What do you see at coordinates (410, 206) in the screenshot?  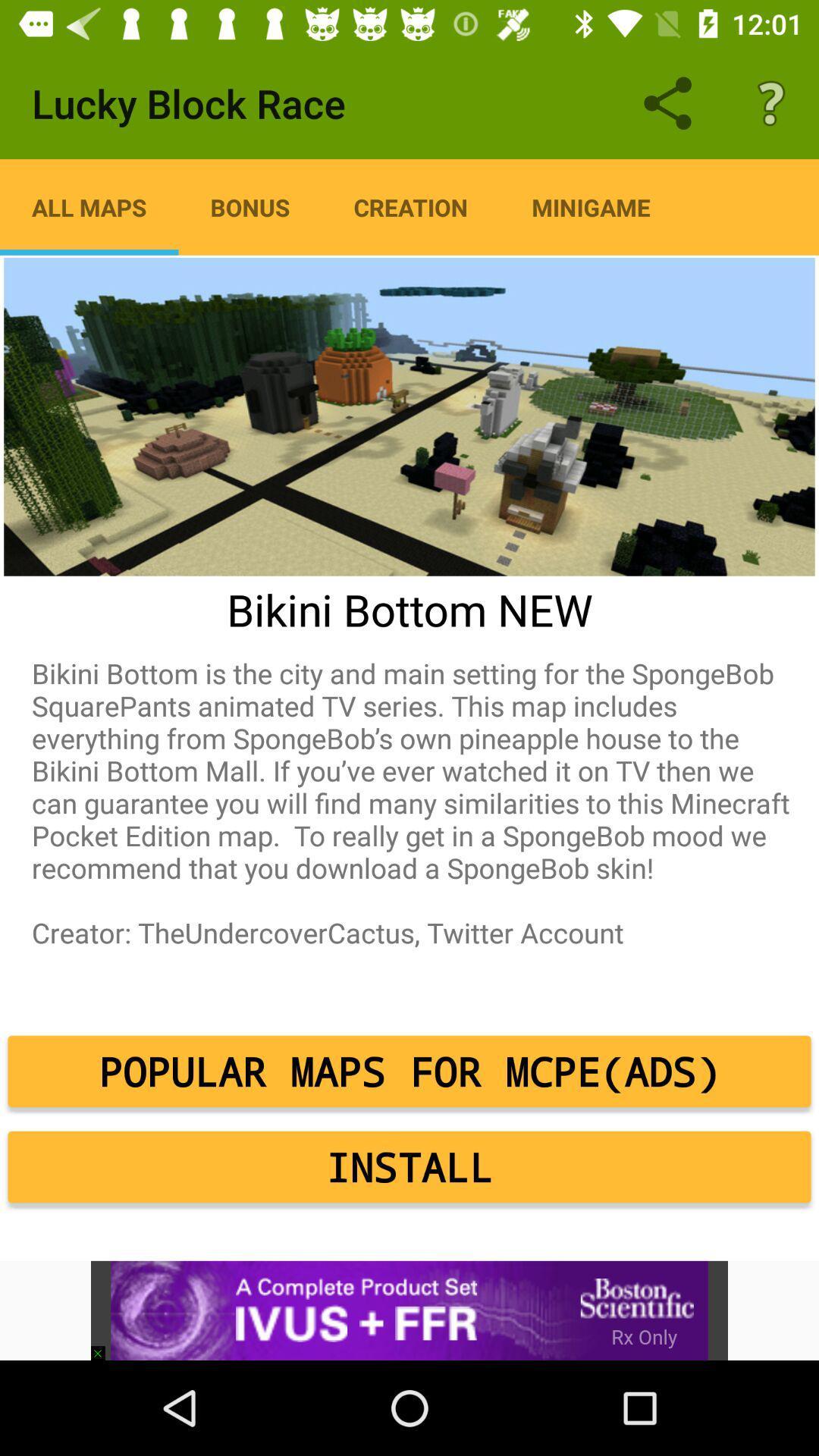 I see `icon to the right of the bonus` at bounding box center [410, 206].